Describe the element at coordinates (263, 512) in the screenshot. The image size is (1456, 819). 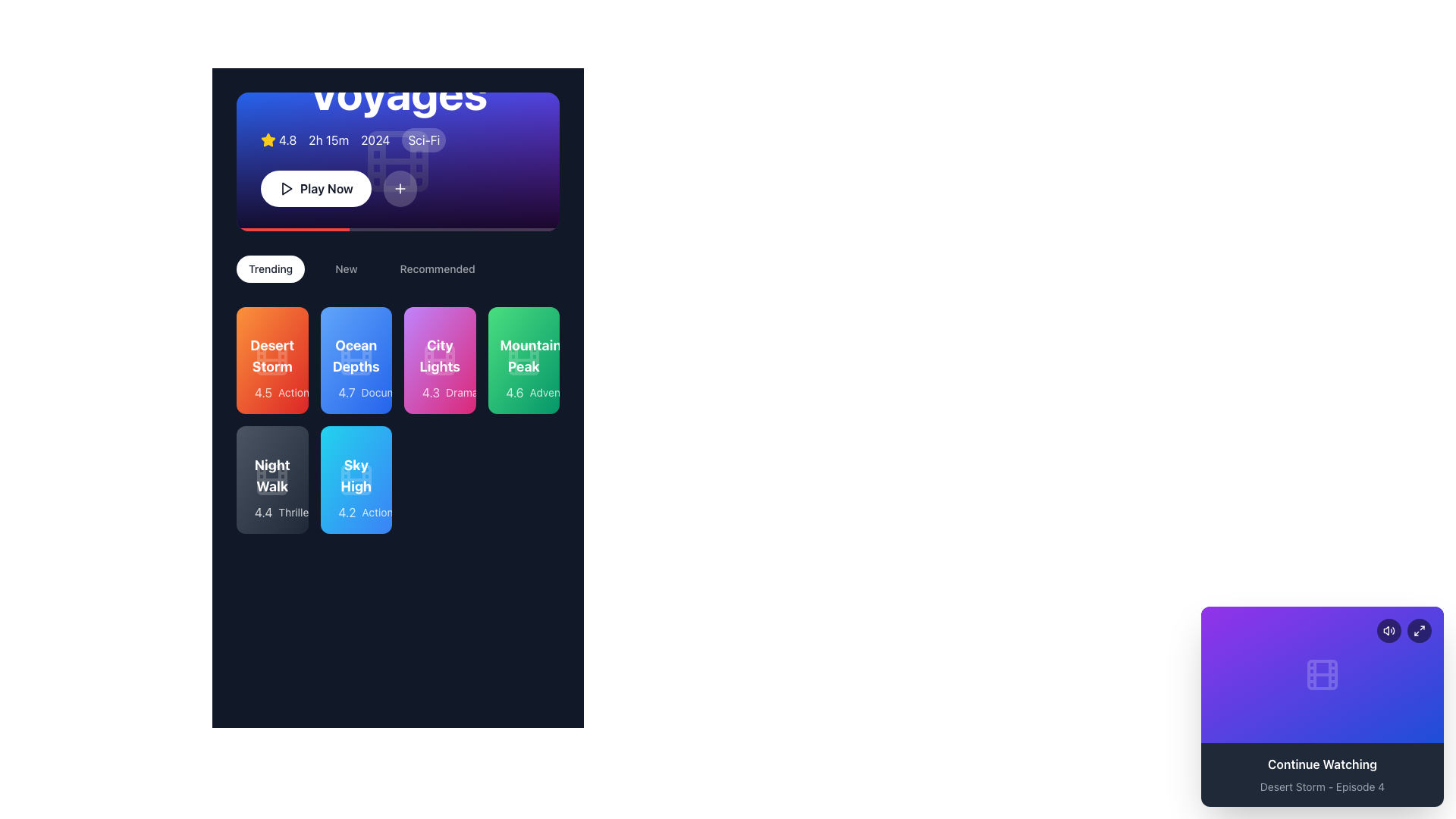
I see `the static text label displaying the rating score for the media item titled 'Night Walk', located in the bottom-left of the second row under 'Trending'` at that location.